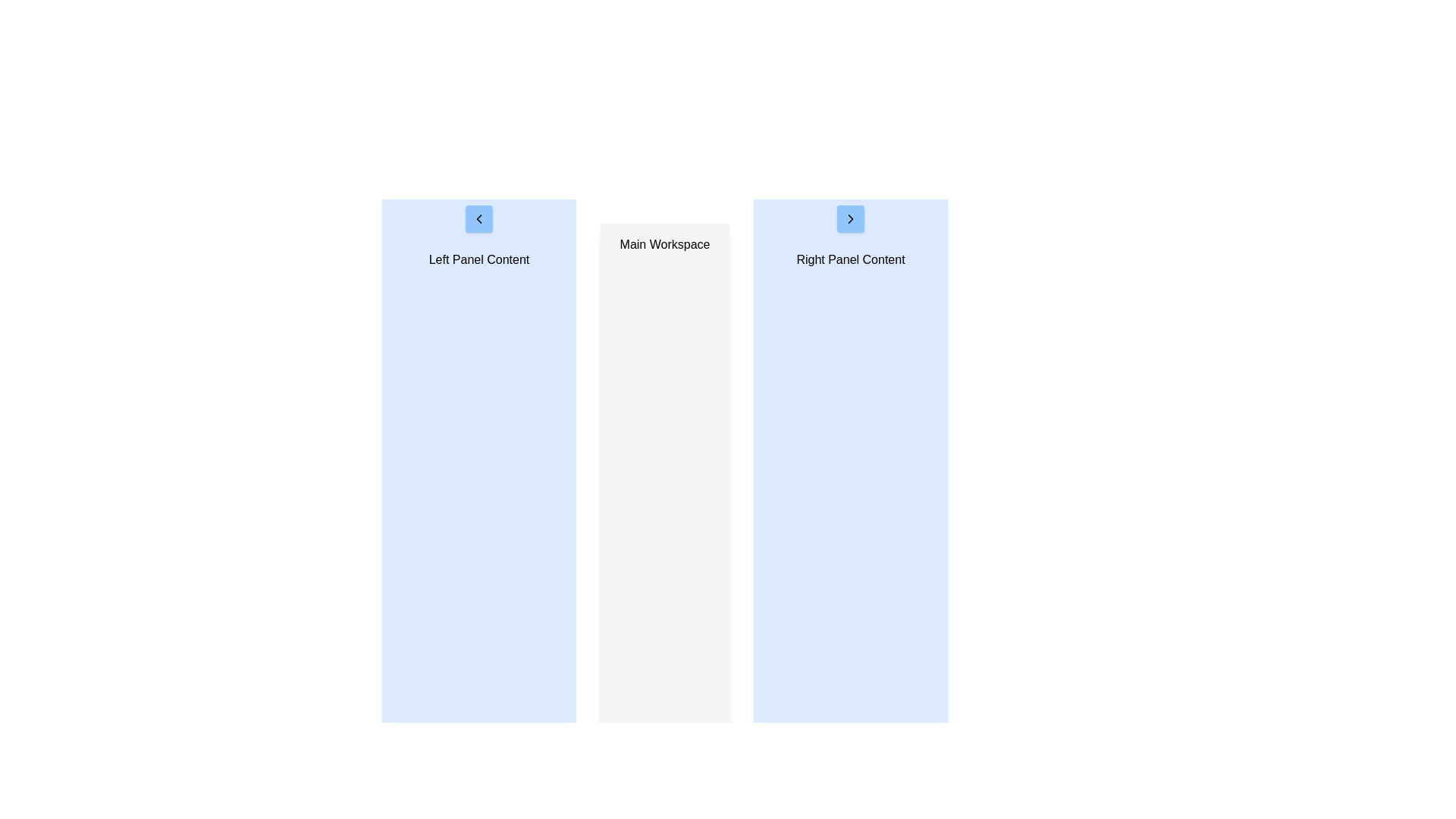 The height and width of the screenshot is (819, 1456). Describe the element at coordinates (851, 219) in the screenshot. I see `the right-pointing chevron arrow icon with a black outline on a light blue square background, located in the upper section of the right panel` at that location.